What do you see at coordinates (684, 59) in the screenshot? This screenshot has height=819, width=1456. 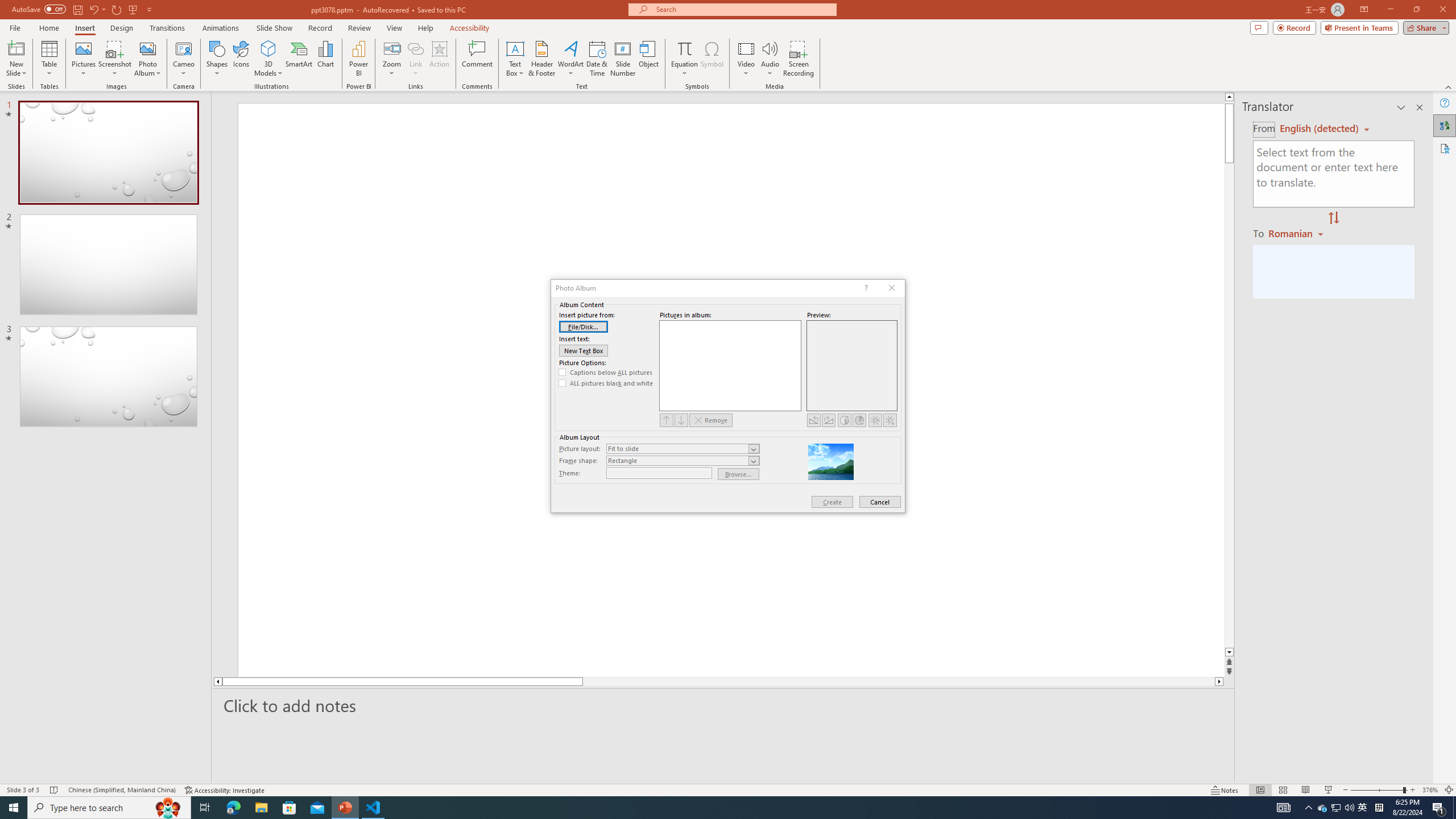 I see `'Equation'` at bounding box center [684, 59].